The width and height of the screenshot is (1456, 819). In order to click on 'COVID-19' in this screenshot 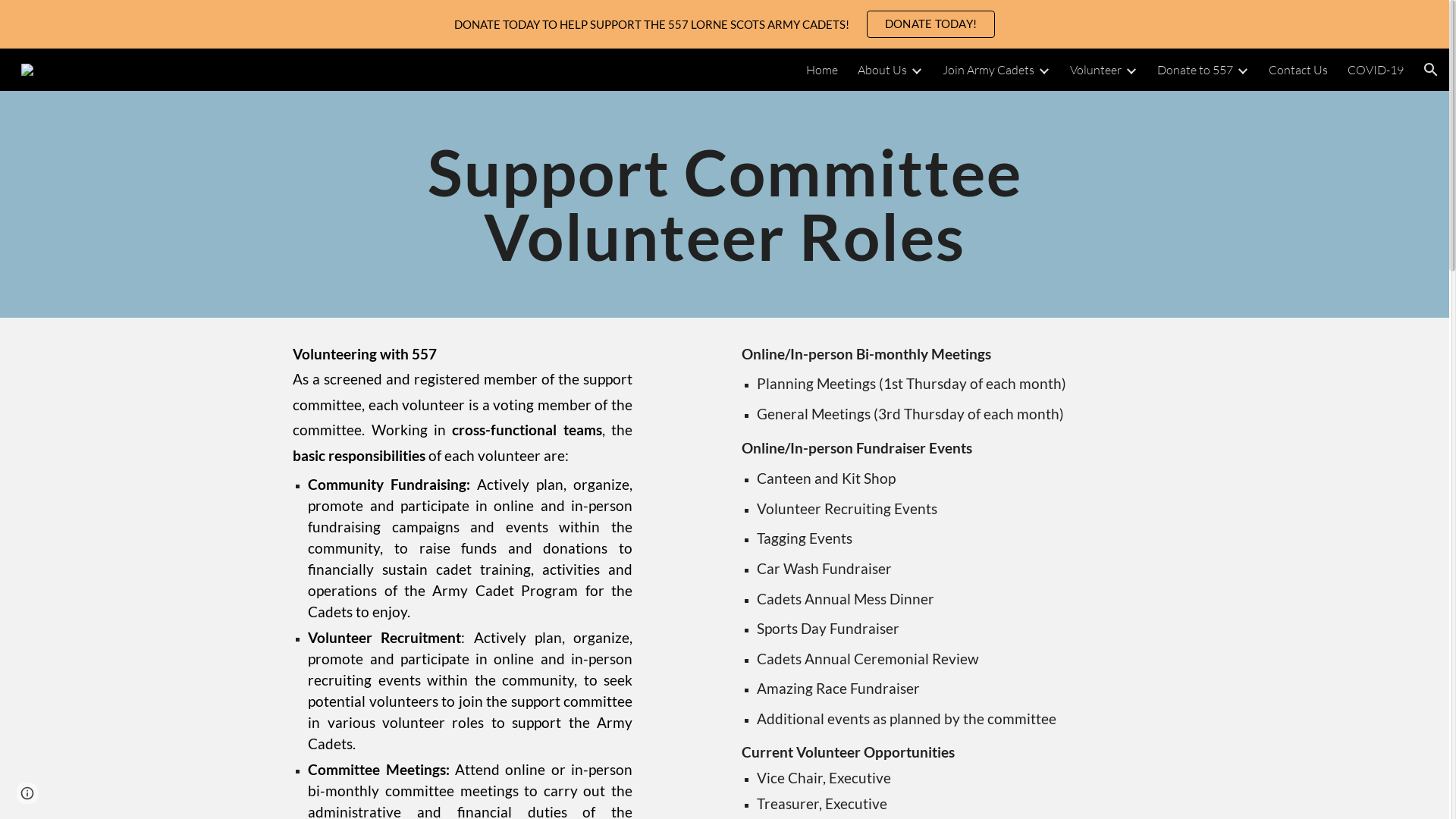, I will do `click(1376, 70)`.